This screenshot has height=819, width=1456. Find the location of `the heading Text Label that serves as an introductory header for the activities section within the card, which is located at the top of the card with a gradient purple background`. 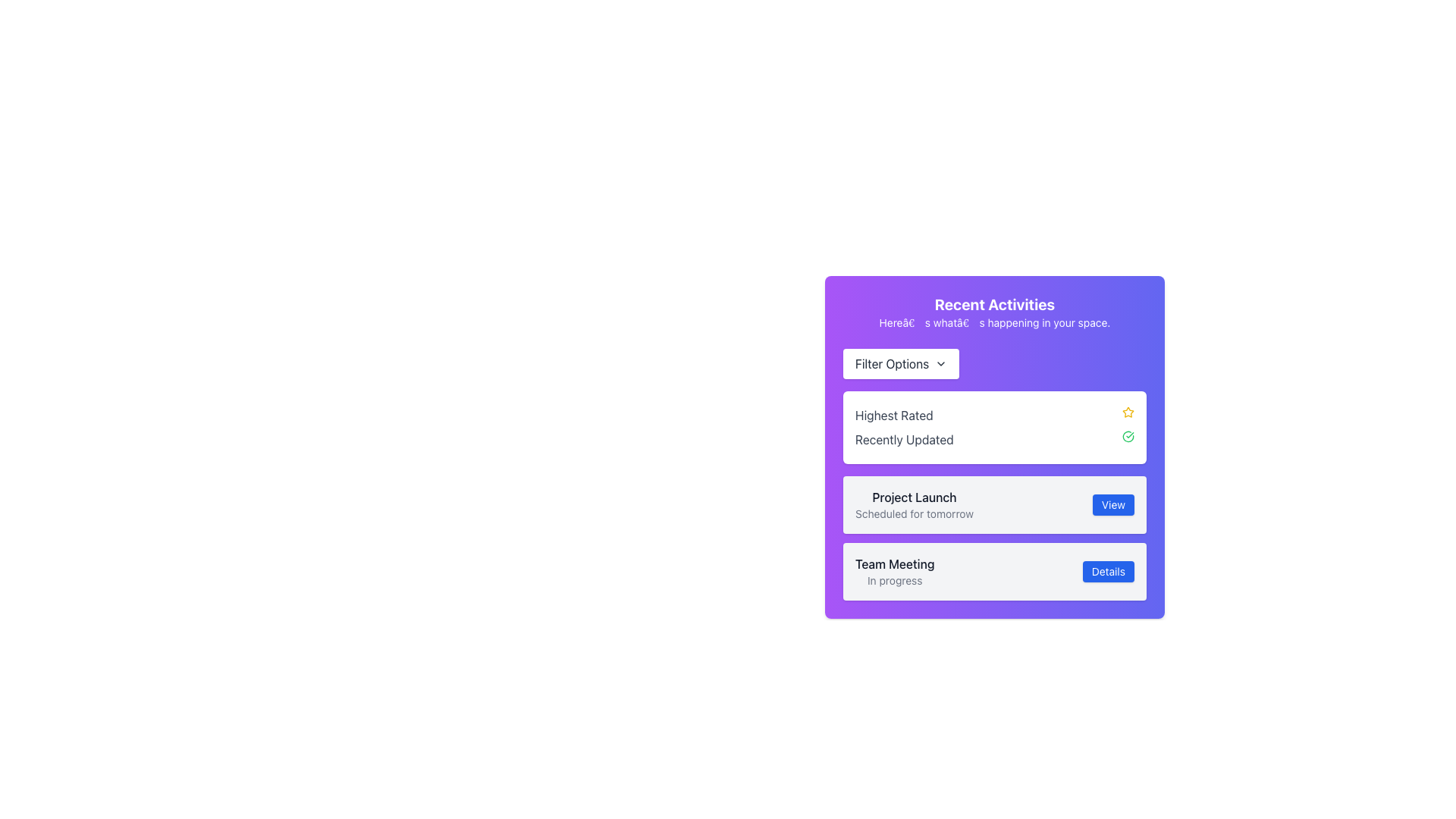

the heading Text Label that serves as an introductory header for the activities section within the card, which is located at the top of the card with a gradient purple background is located at coordinates (994, 312).